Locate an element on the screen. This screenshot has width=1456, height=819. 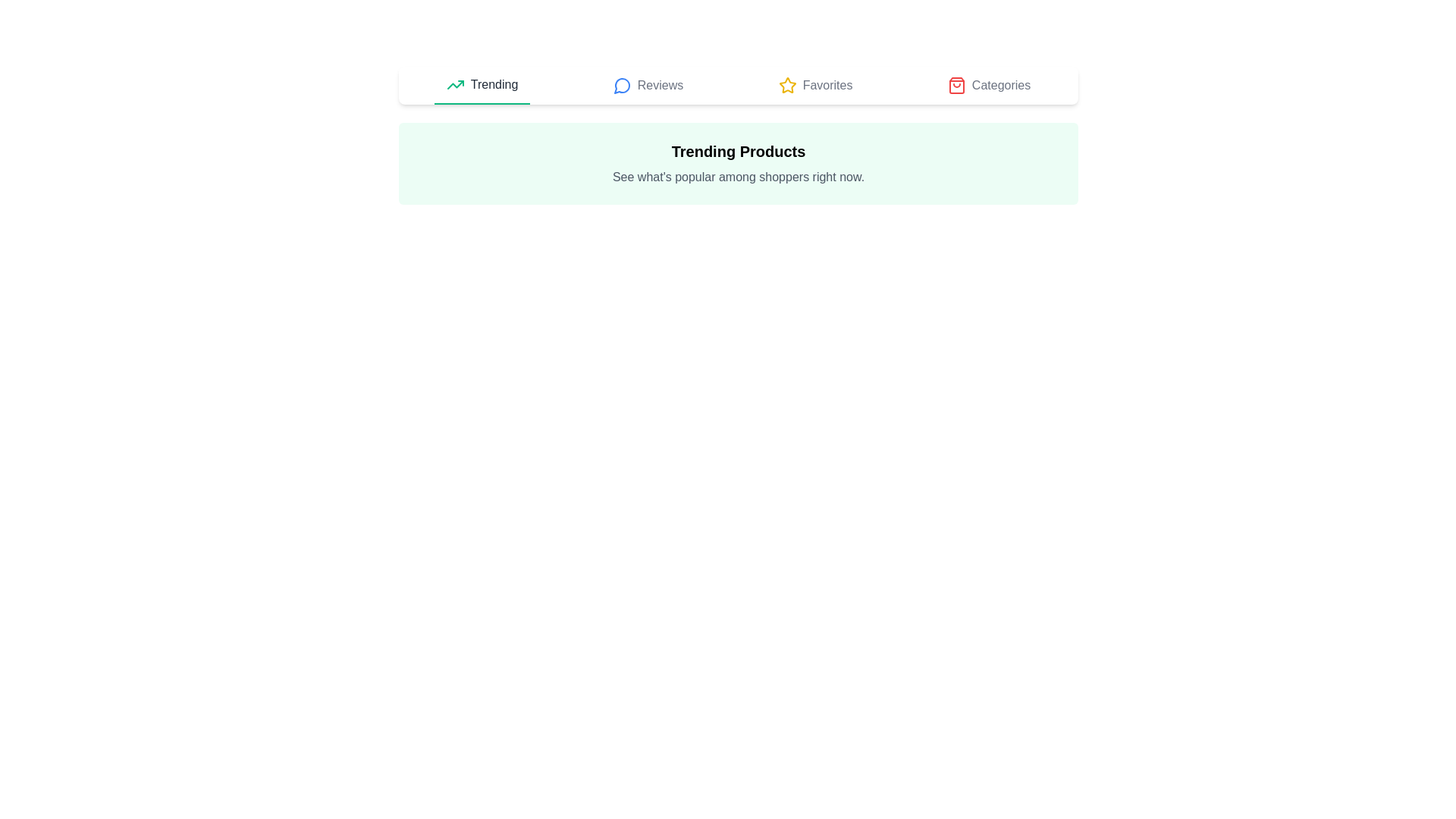
the shopping bag icon, which is a red SVG graphic located in the header menu as the rightmost icon among four options is located at coordinates (955, 85).